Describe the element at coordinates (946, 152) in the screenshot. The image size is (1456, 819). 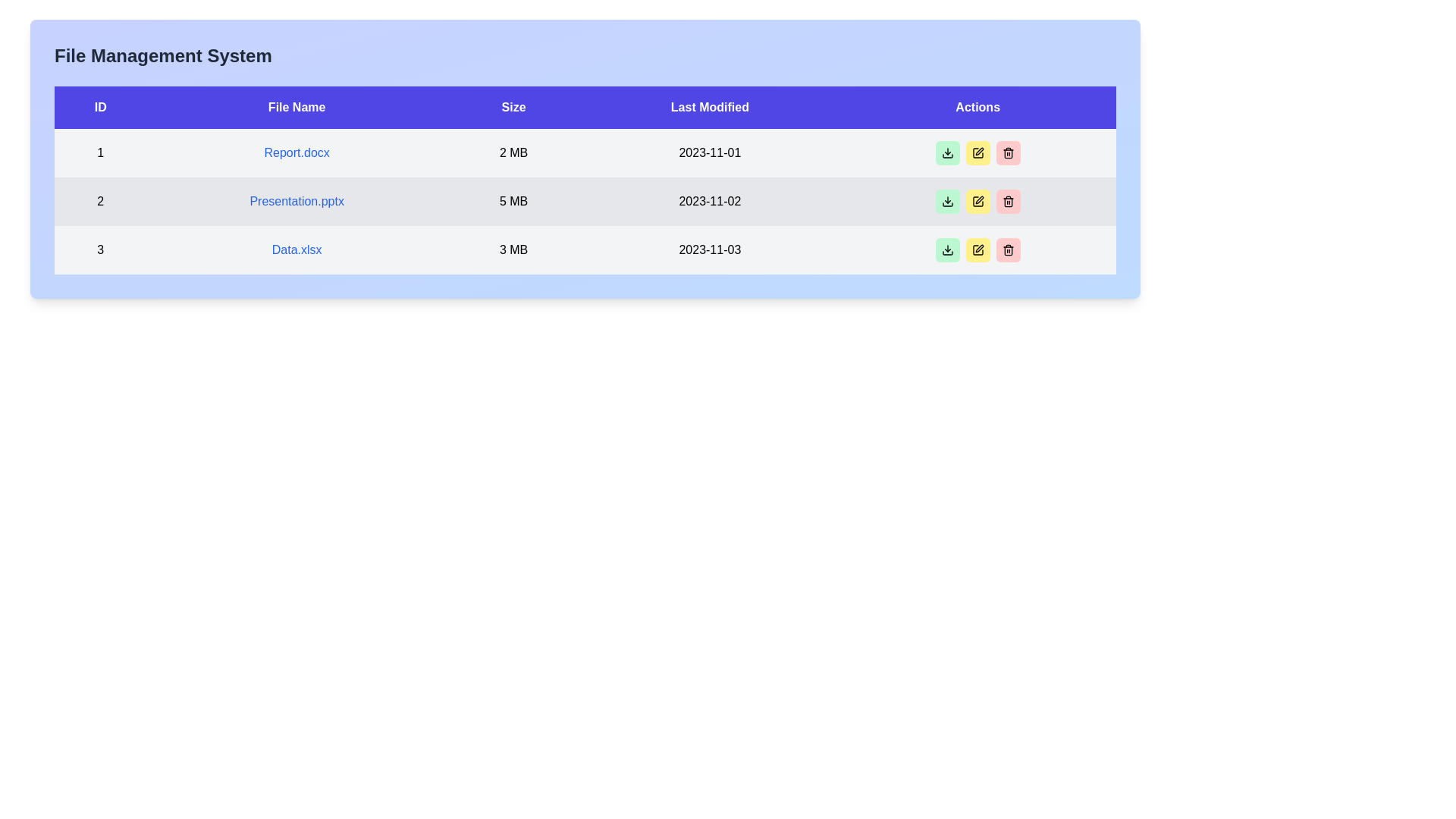
I see `the download button, which is the leftmost icon in the 'Actions' column of the second row of the table, encapsulated within a green-colored rounded rectangular button` at that location.